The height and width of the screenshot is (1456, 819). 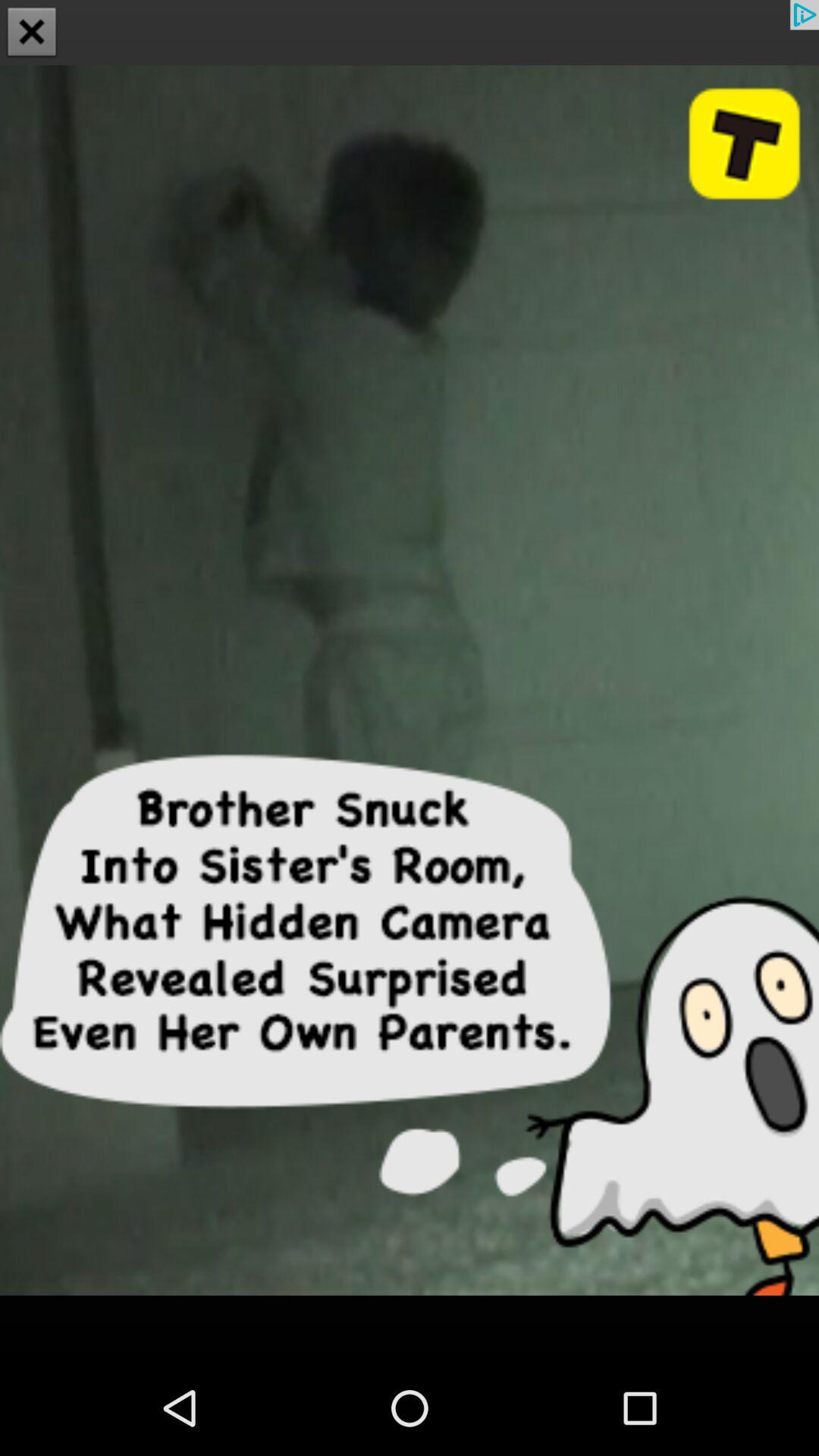 What do you see at coordinates (32, 33) in the screenshot?
I see `the close icon` at bounding box center [32, 33].